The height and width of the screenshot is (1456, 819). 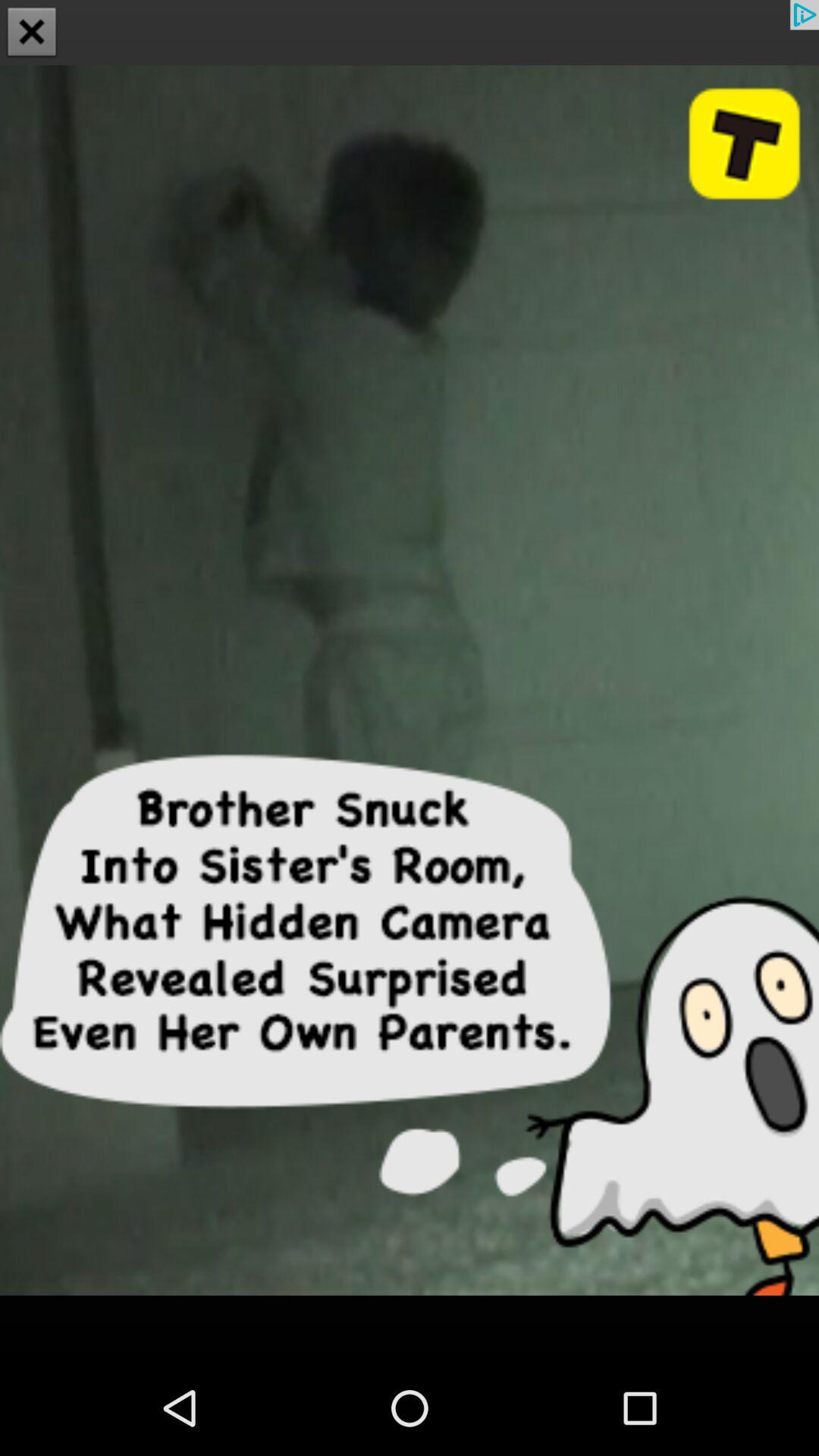 What do you see at coordinates (32, 33) in the screenshot?
I see `the close icon` at bounding box center [32, 33].